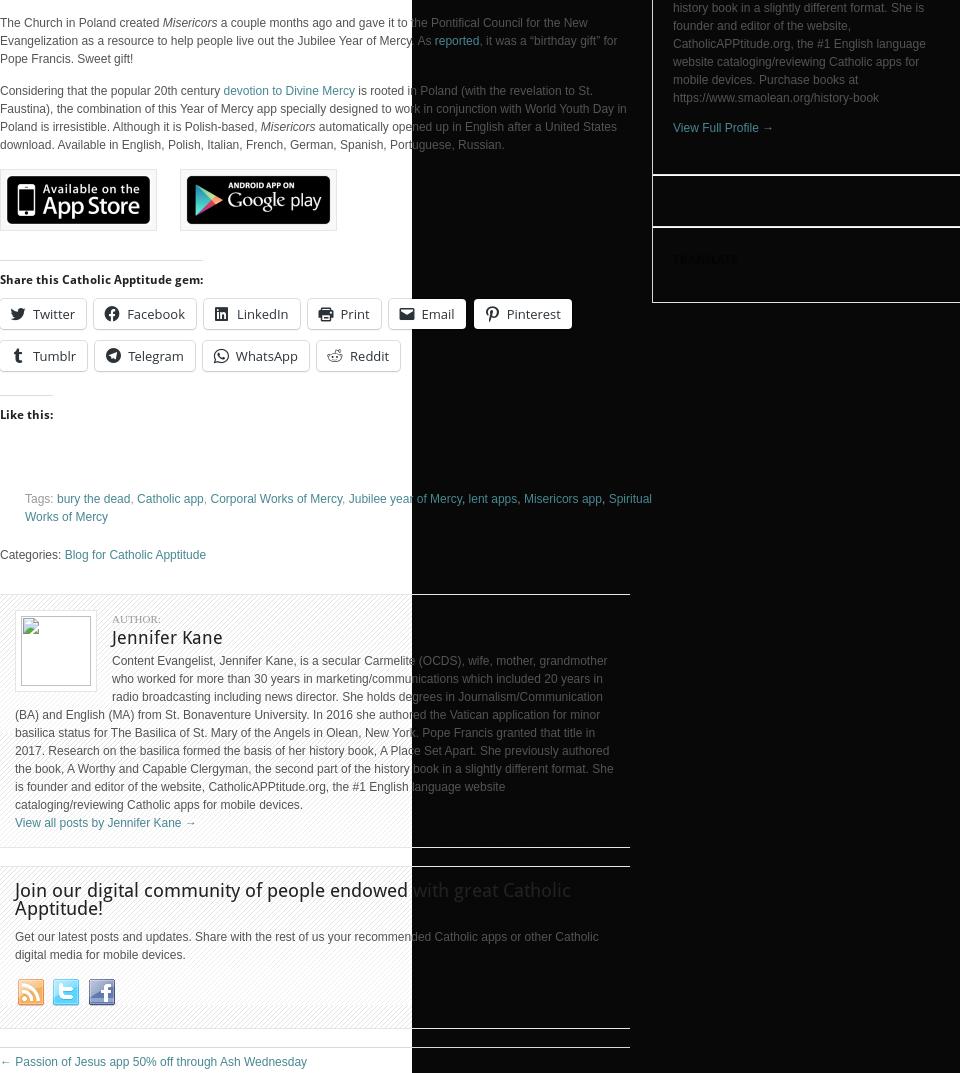  What do you see at coordinates (81, 20) in the screenshot?
I see `'The Church in Poland created'` at bounding box center [81, 20].